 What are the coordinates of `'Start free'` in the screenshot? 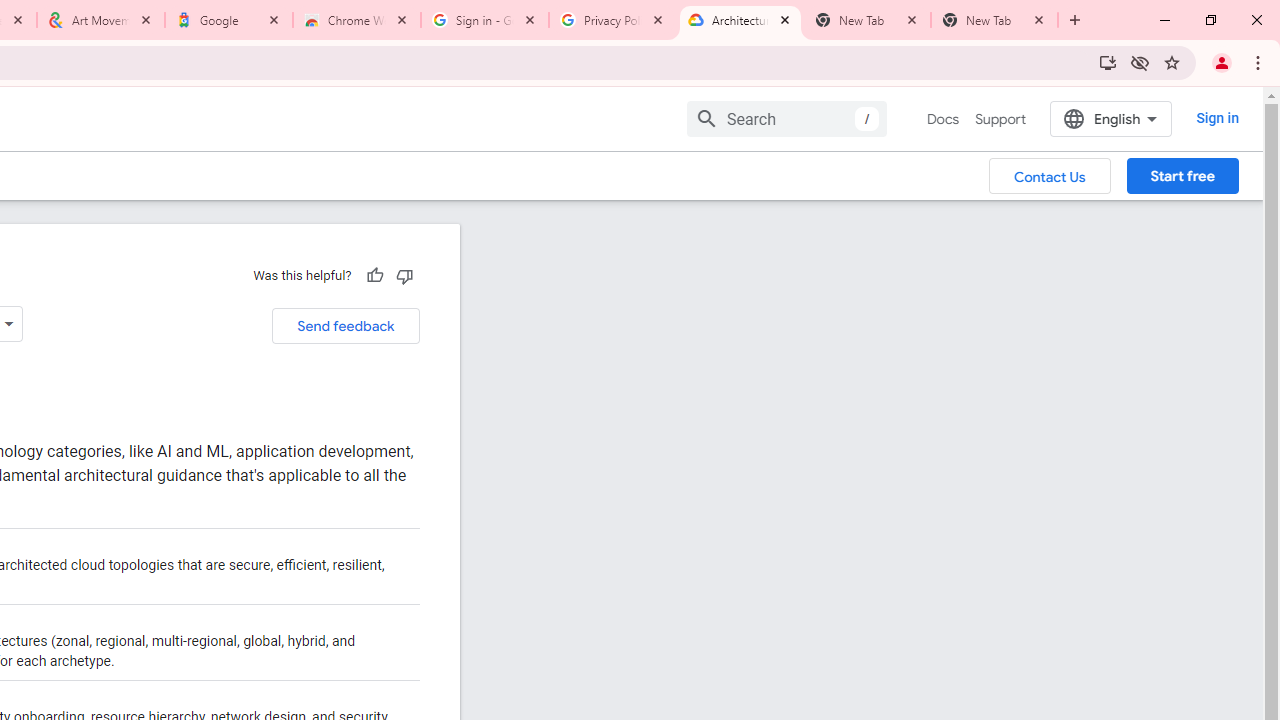 It's located at (1182, 174).